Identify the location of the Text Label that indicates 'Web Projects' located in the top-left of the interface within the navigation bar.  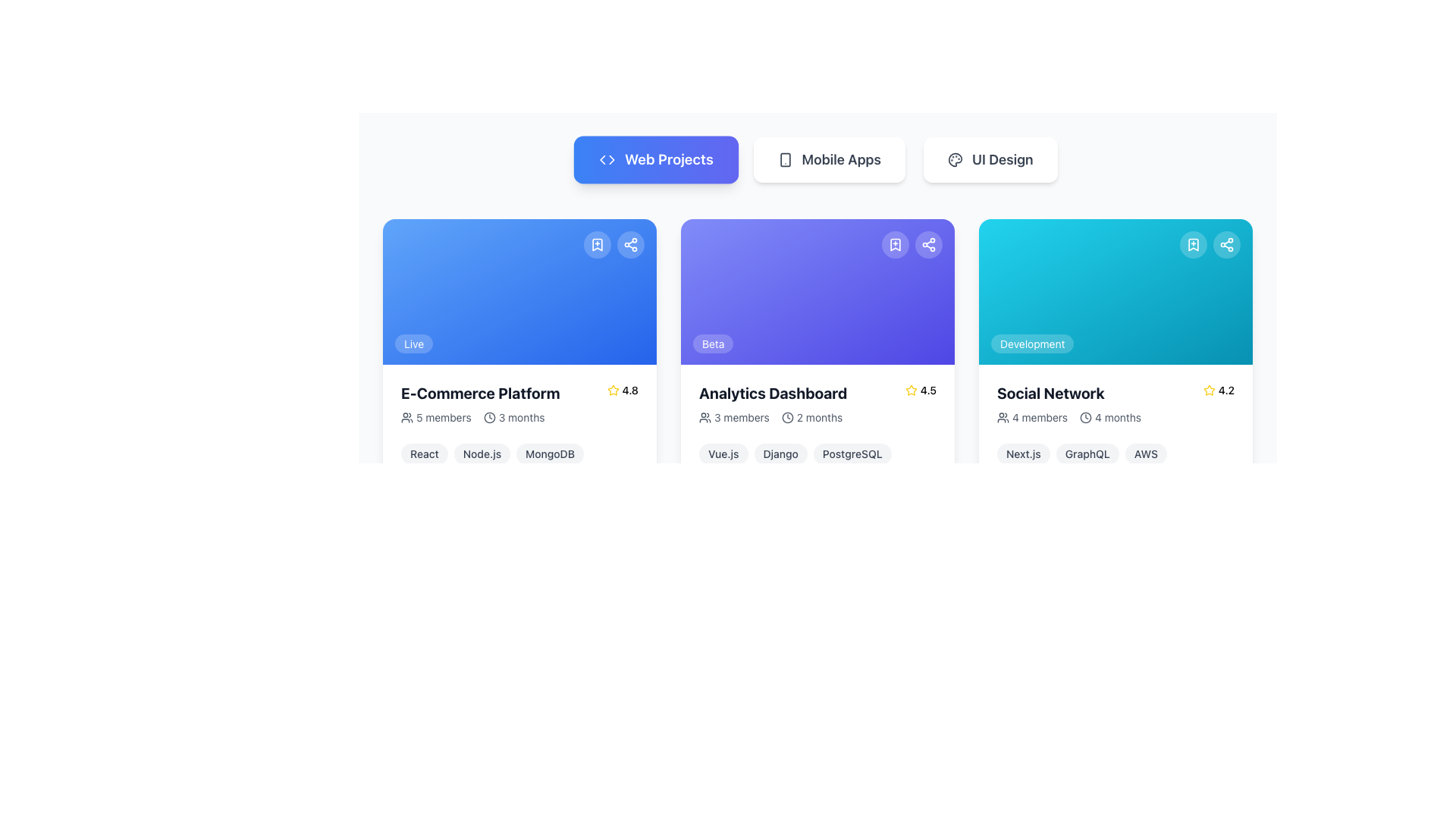
(668, 160).